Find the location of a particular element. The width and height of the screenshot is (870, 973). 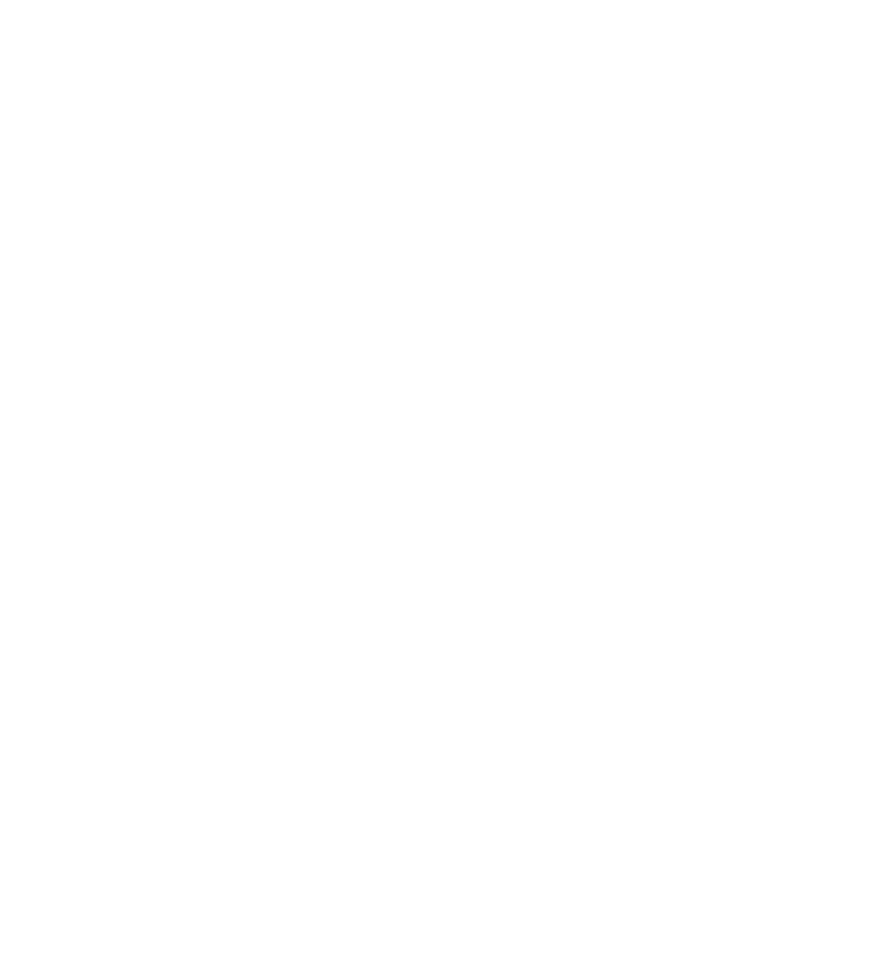

'Austrian Audio’s new MiCreator Studio pocket recording system eyes musicians and content creators.' is located at coordinates (364, 947).